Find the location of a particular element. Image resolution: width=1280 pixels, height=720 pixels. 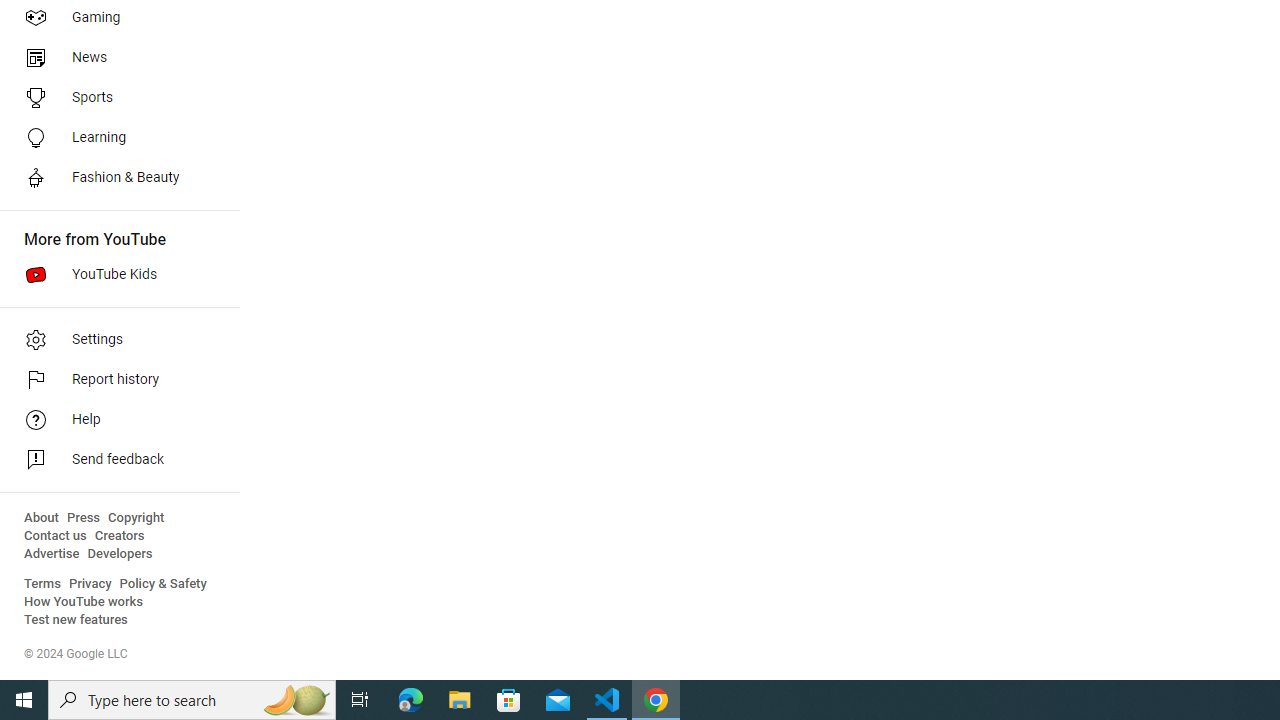

'Terms' is located at coordinates (42, 584).